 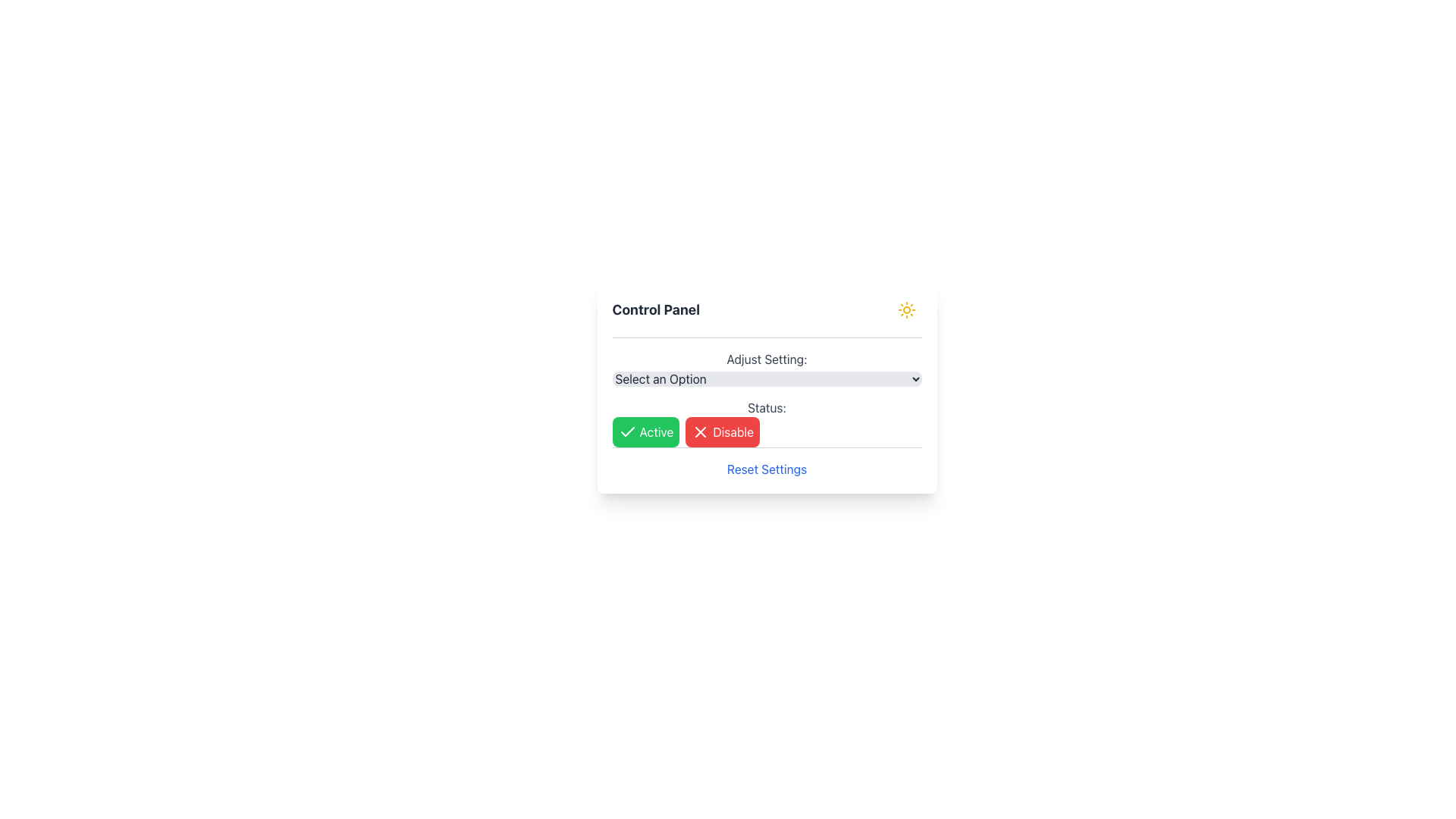 I want to click on the sun icon located at the top-right corner of the 'Control Panel' interface to change settings related to brightness or light mode, so click(x=906, y=309).